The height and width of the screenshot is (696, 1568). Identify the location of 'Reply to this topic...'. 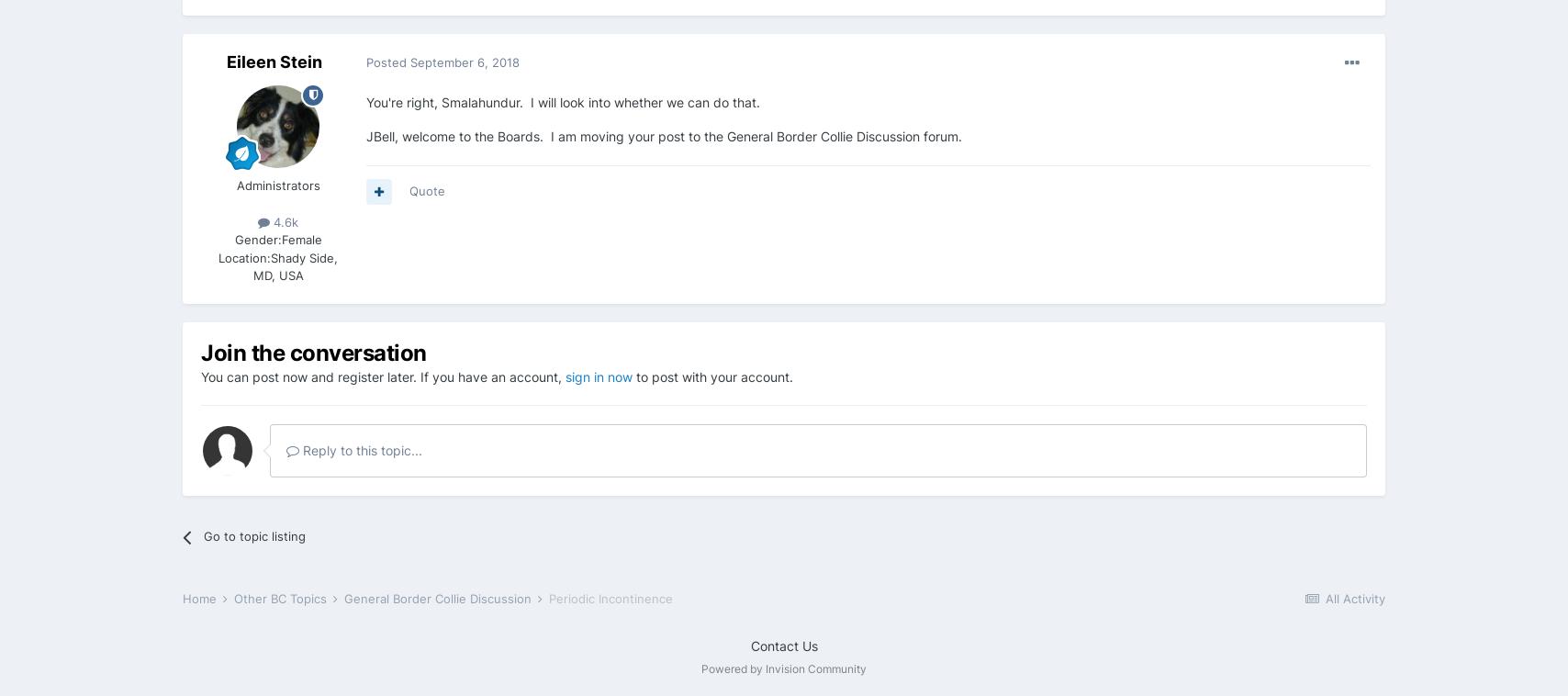
(361, 448).